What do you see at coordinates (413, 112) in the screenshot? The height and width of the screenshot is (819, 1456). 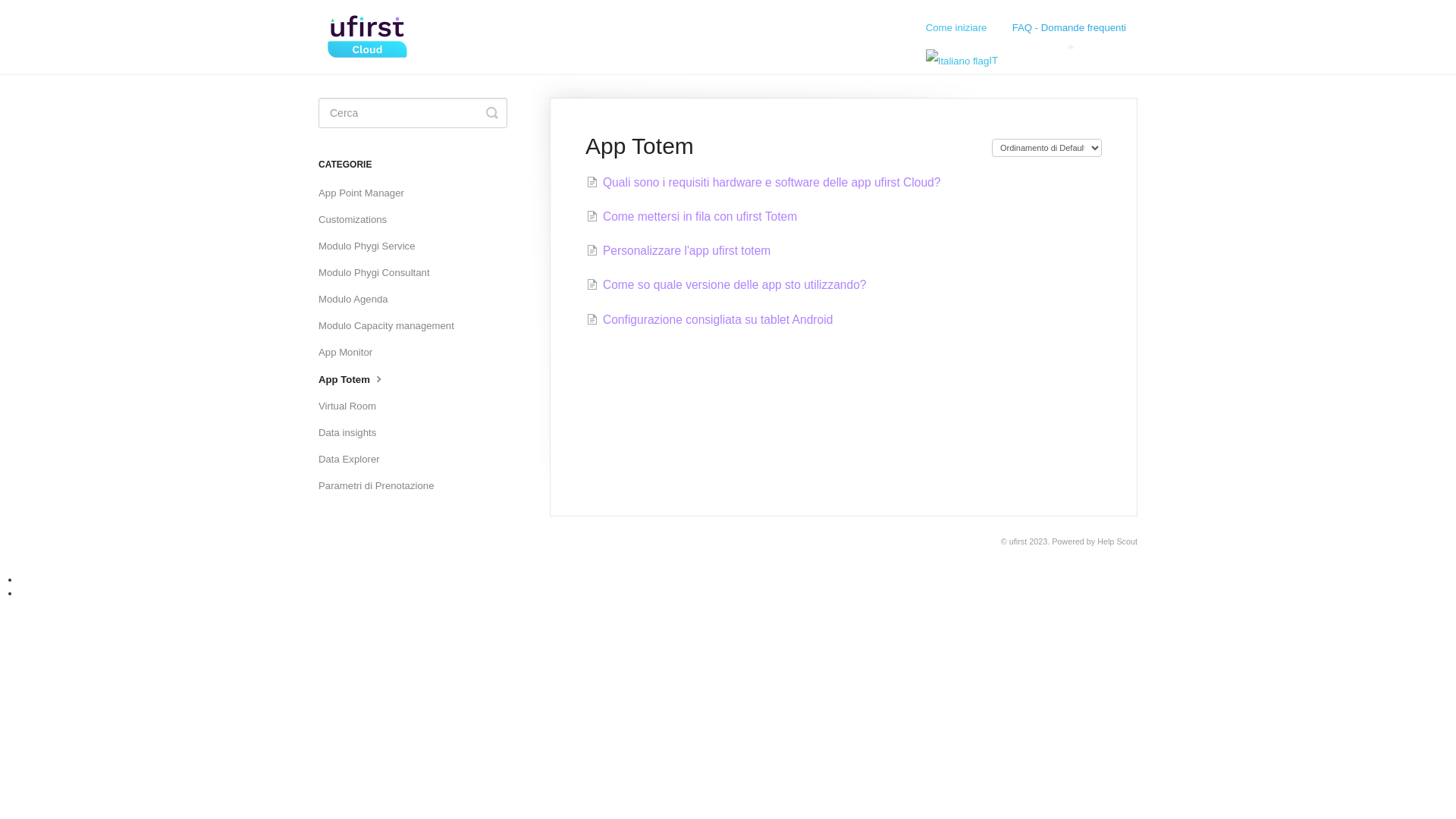 I see `'search-query'` at bounding box center [413, 112].